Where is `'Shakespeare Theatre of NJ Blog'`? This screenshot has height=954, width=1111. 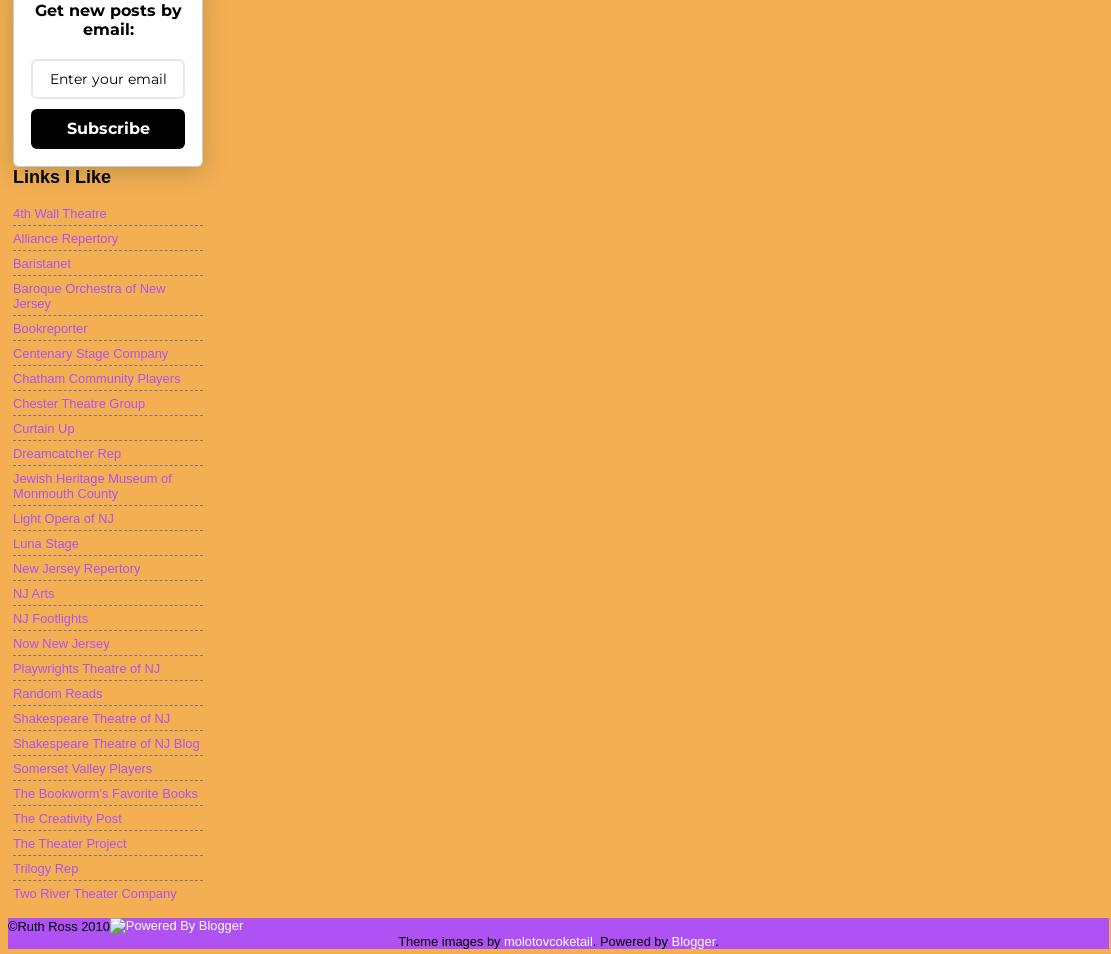
'Shakespeare Theatre of NJ Blog' is located at coordinates (104, 742).